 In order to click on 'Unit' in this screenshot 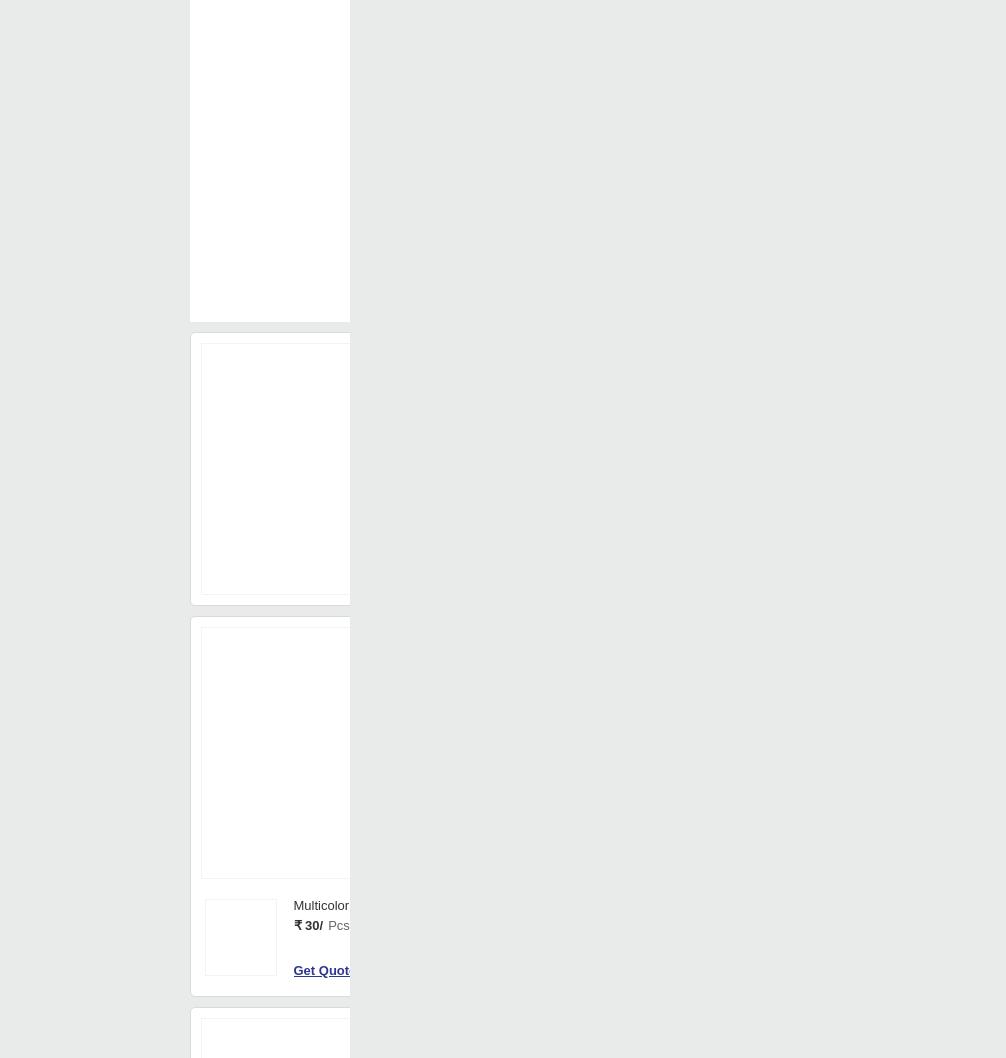, I will do `click(541, 668)`.